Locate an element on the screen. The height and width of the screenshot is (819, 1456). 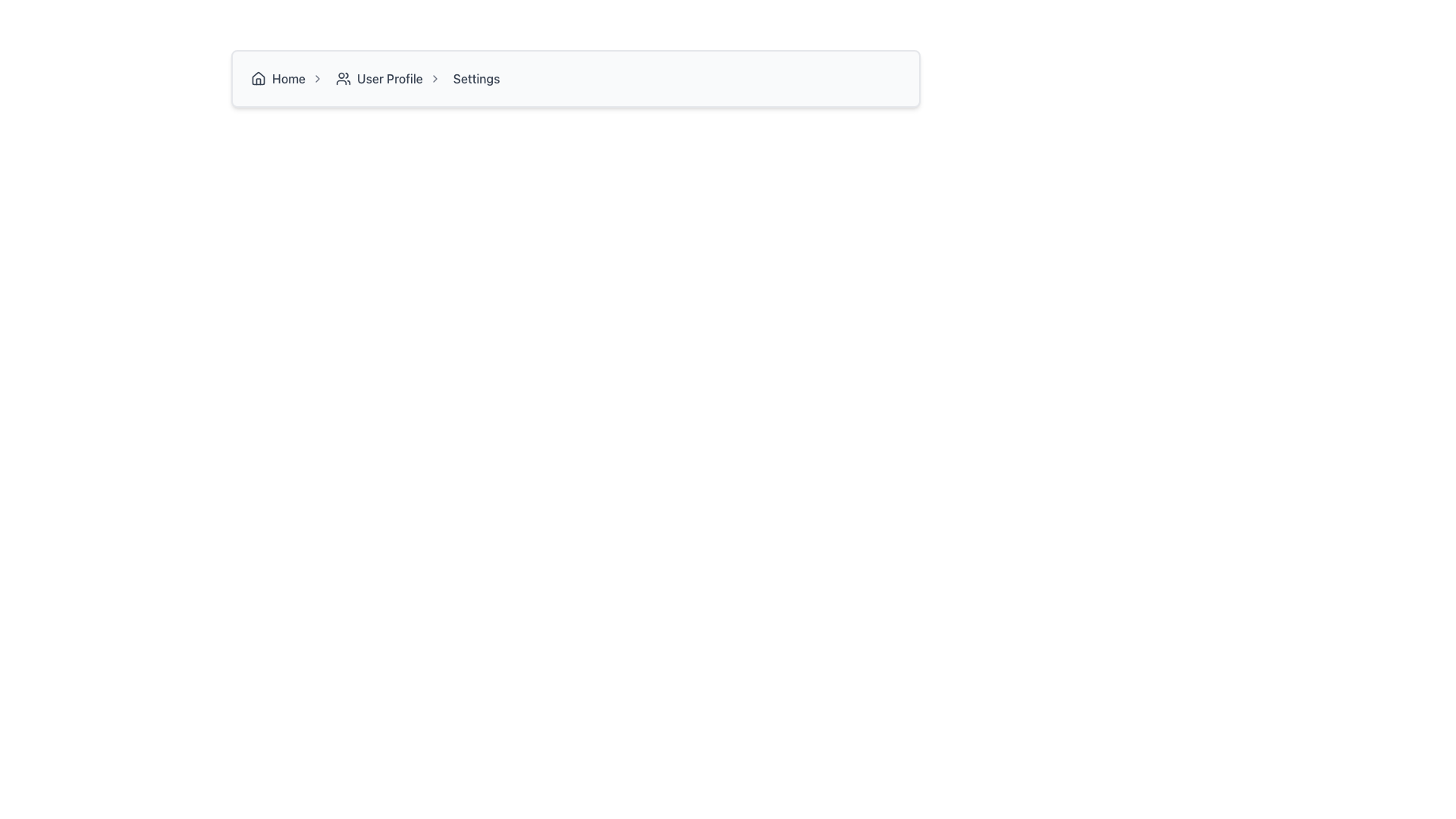
the house icon located on the left side of the breadcrumb navigation bar is located at coordinates (258, 78).